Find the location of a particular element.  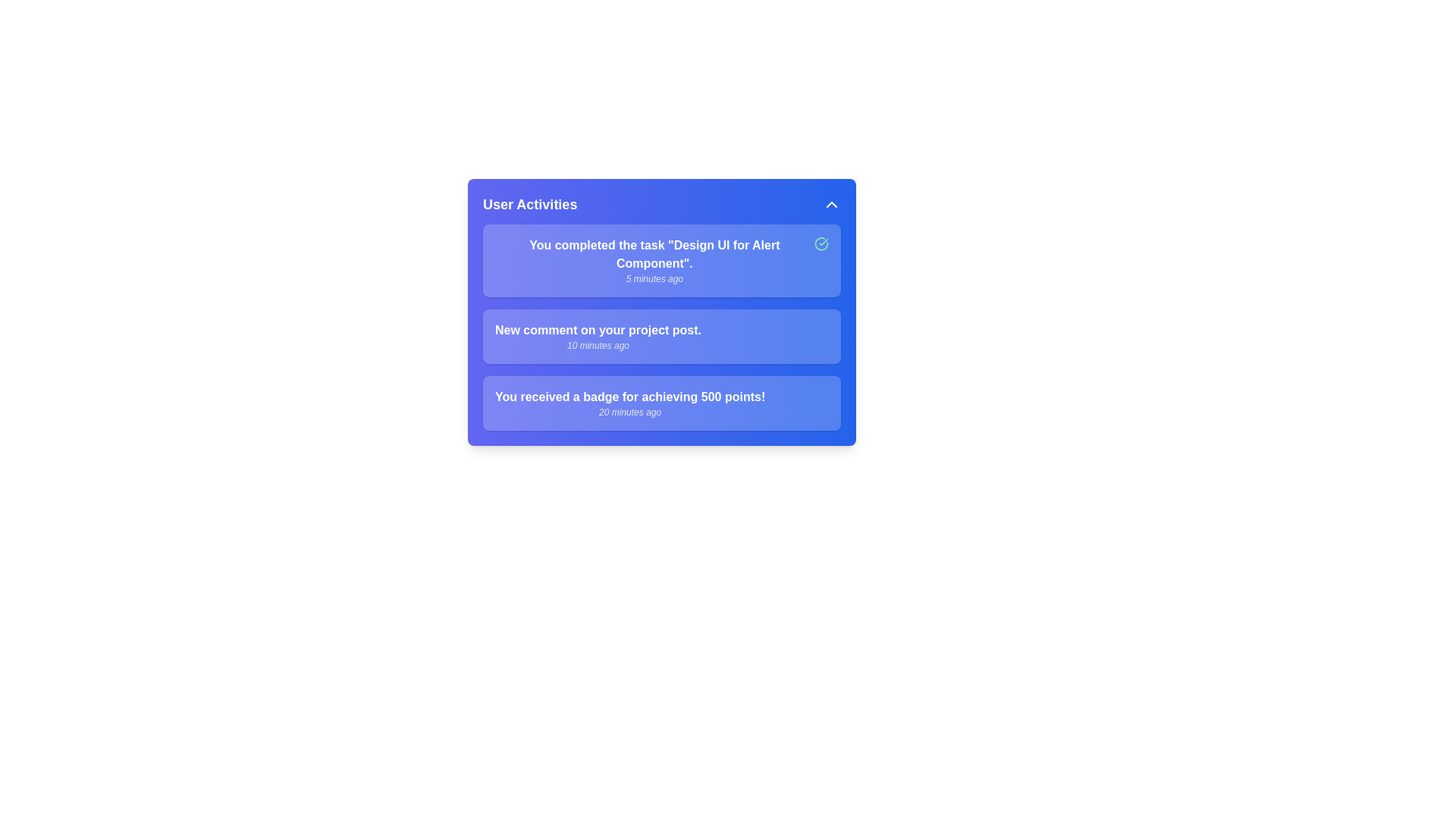

the static text label notifying the user of earning a badge for 500 points, which is located in the third notification panel of the 'User Activities' section is located at coordinates (630, 397).